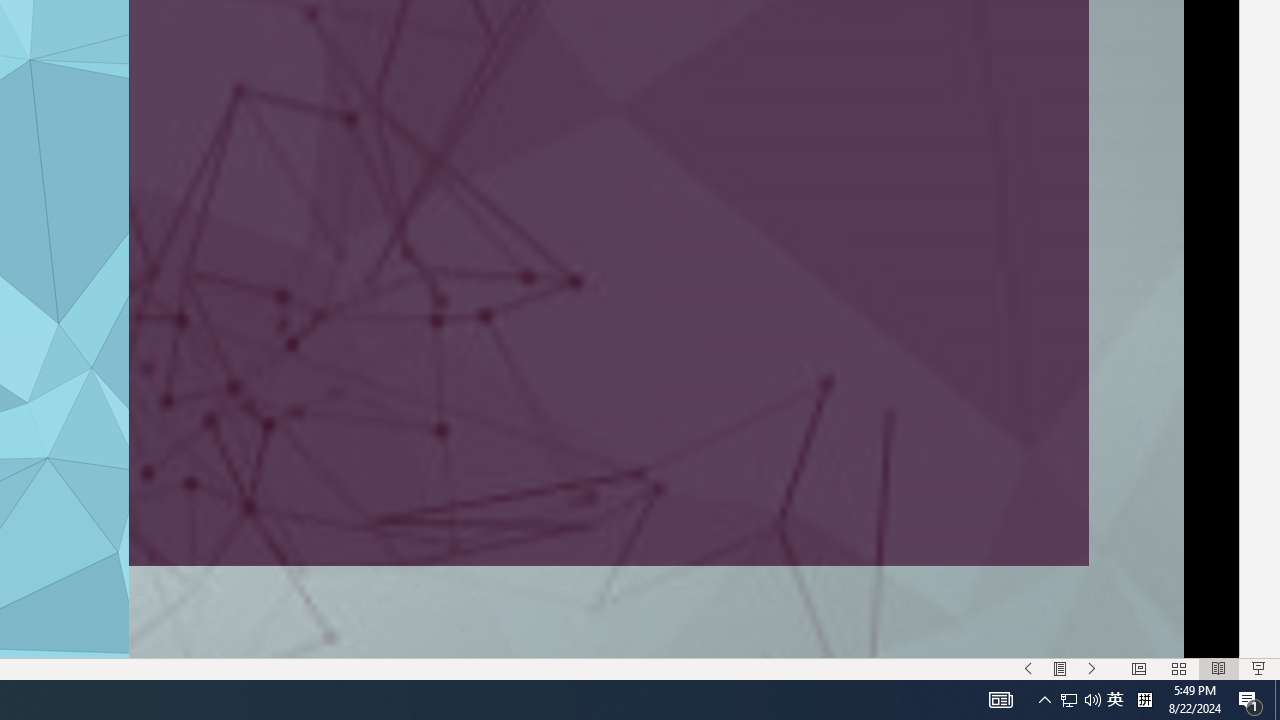 This screenshot has width=1280, height=720. Describe the element at coordinates (1257, 669) in the screenshot. I see `'Slide Show'` at that location.